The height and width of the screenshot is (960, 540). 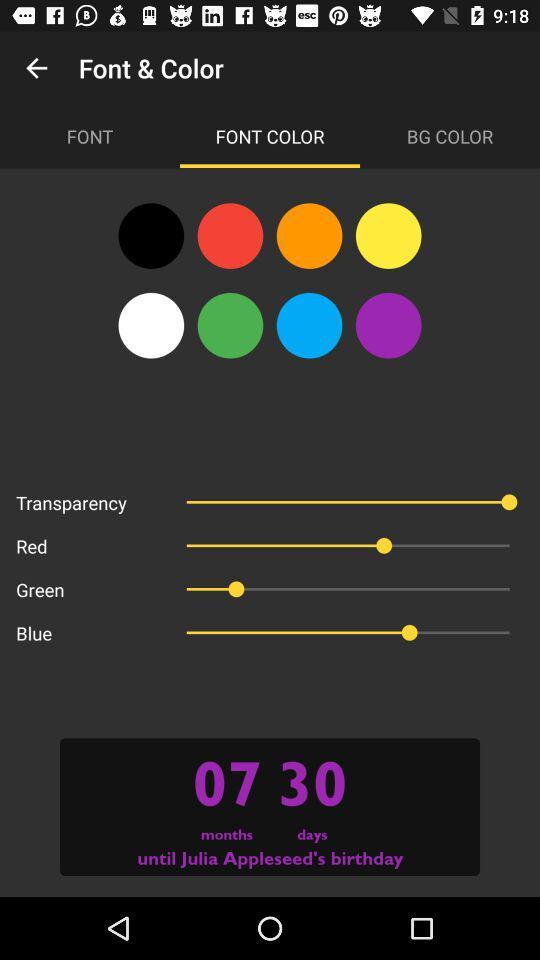 I want to click on icon above the font item, so click(x=36, y=68).